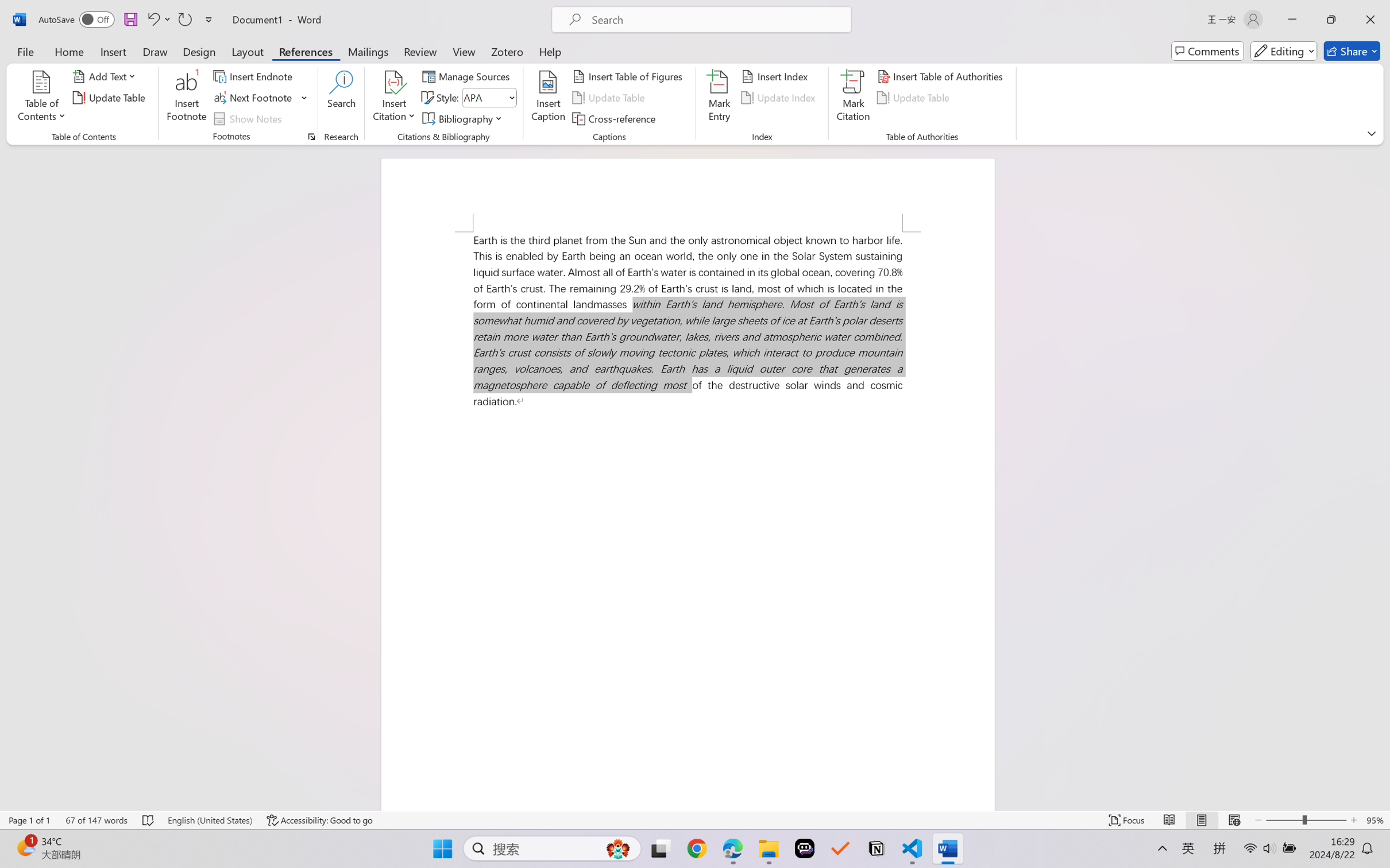 The height and width of the screenshot is (868, 1390). I want to click on 'Style', so click(489, 98).